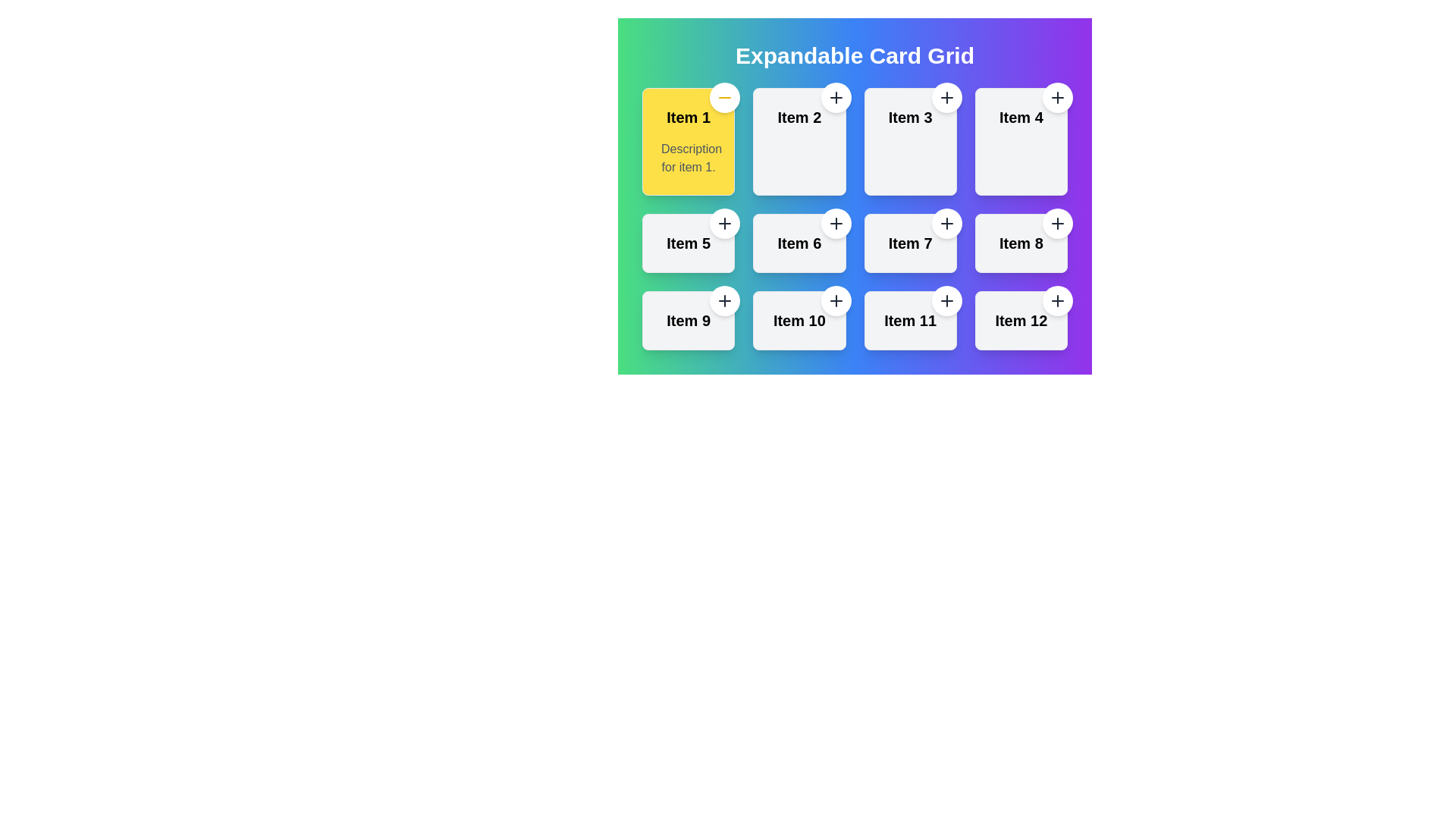 Image resolution: width=1456 pixels, height=819 pixels. What do you see at coordinates (1021, 242) in the screenshot?
I see `the bold text label reading 'Item 8' located on a white card in the second row, fourth column of the grid layout to trigger the tooltip or hover effect` at bounding box center [1021, 242].